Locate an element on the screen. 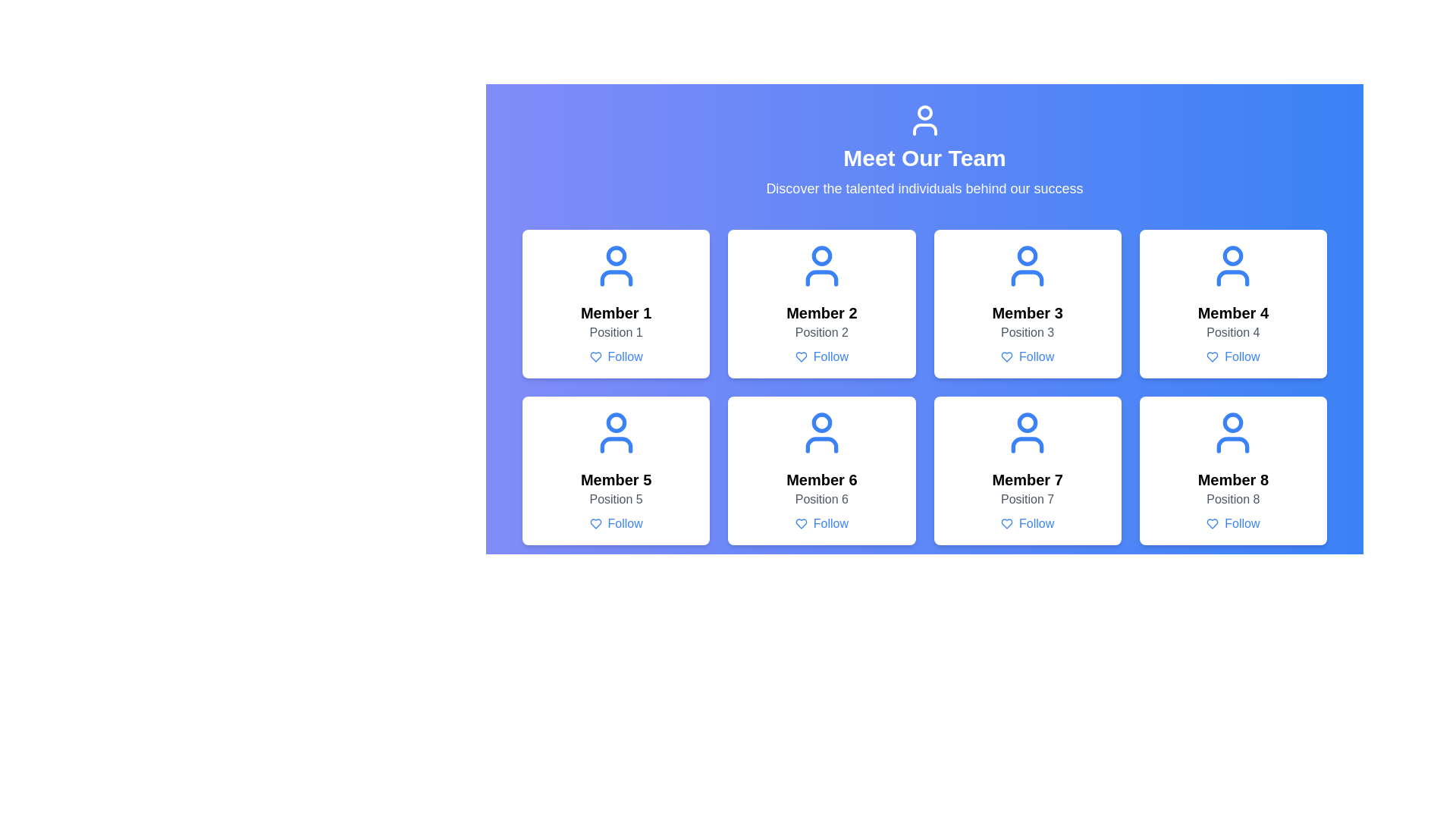 The height and width of the screenshot is (819, 1456). the text label that displays the position or role associated with 'Member 5', which is located directly below the 'Member 5' title and above the 'Follow' button is located at coordinates (616, 500).